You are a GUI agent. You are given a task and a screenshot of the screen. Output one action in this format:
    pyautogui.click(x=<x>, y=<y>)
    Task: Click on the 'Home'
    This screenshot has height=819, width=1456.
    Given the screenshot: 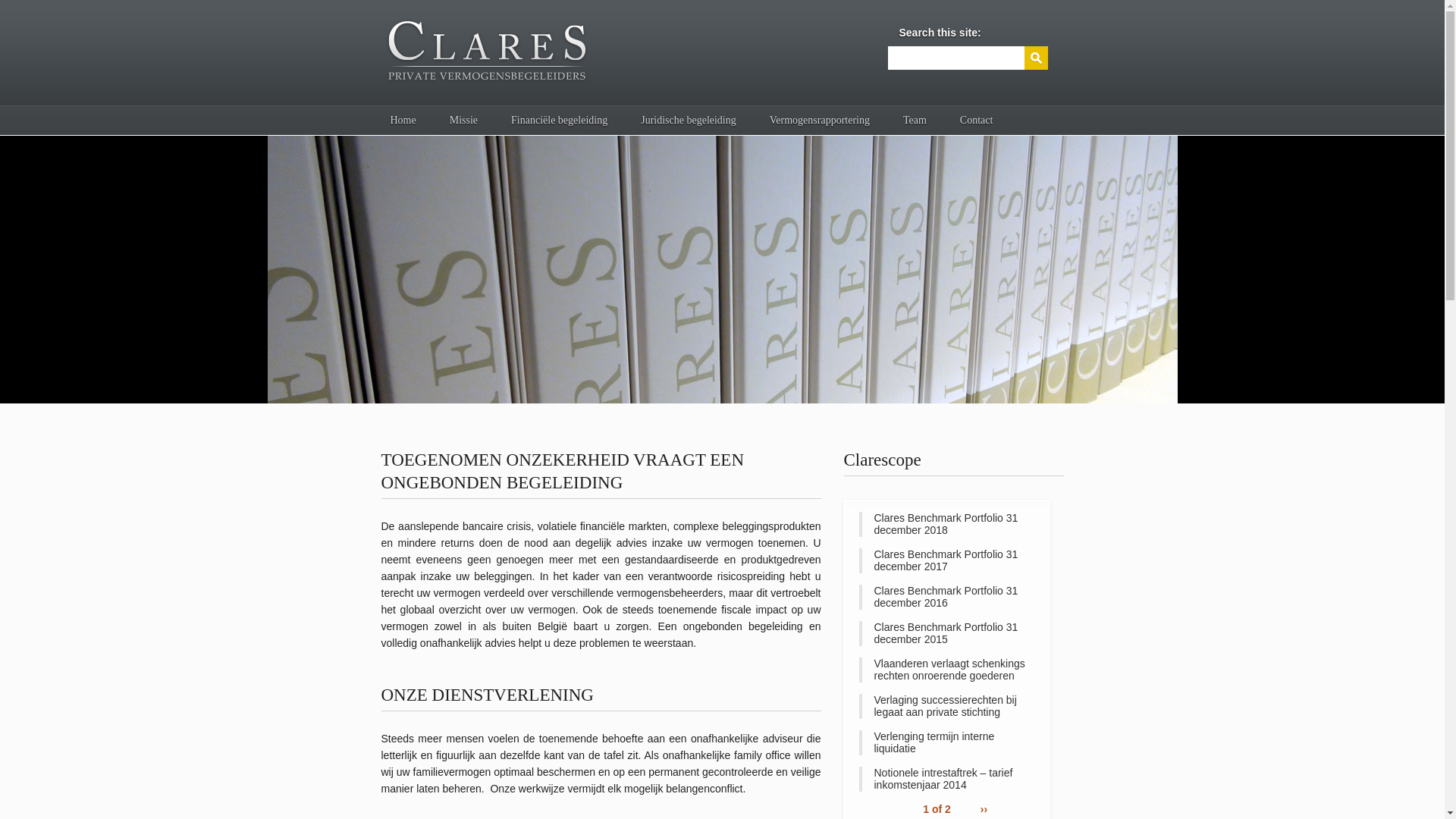 What is the action you would take?
    pyautogui.click(x=403, y=119)
    